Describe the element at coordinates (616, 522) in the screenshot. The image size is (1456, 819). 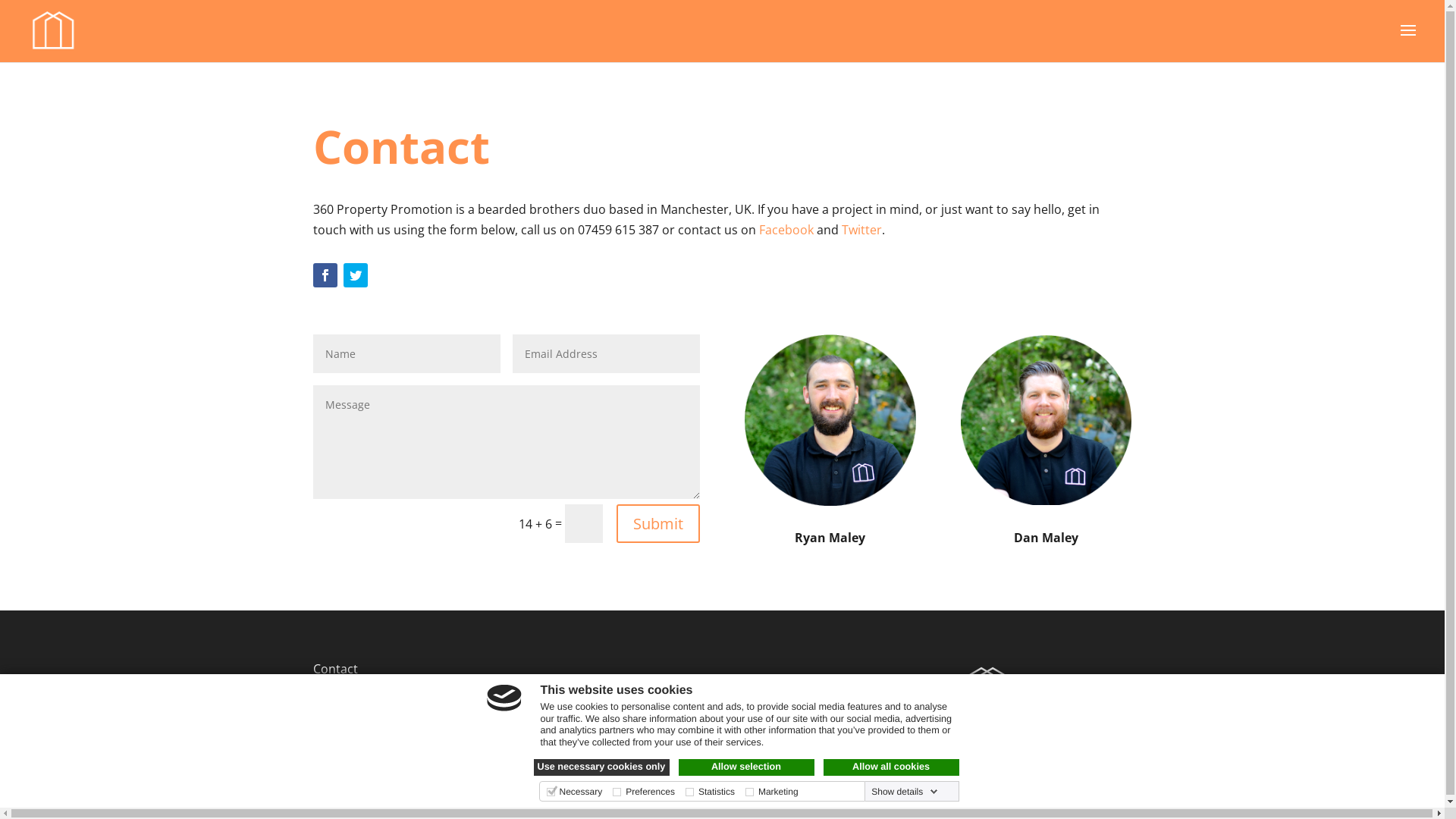
I see `'Submit'` at that location.